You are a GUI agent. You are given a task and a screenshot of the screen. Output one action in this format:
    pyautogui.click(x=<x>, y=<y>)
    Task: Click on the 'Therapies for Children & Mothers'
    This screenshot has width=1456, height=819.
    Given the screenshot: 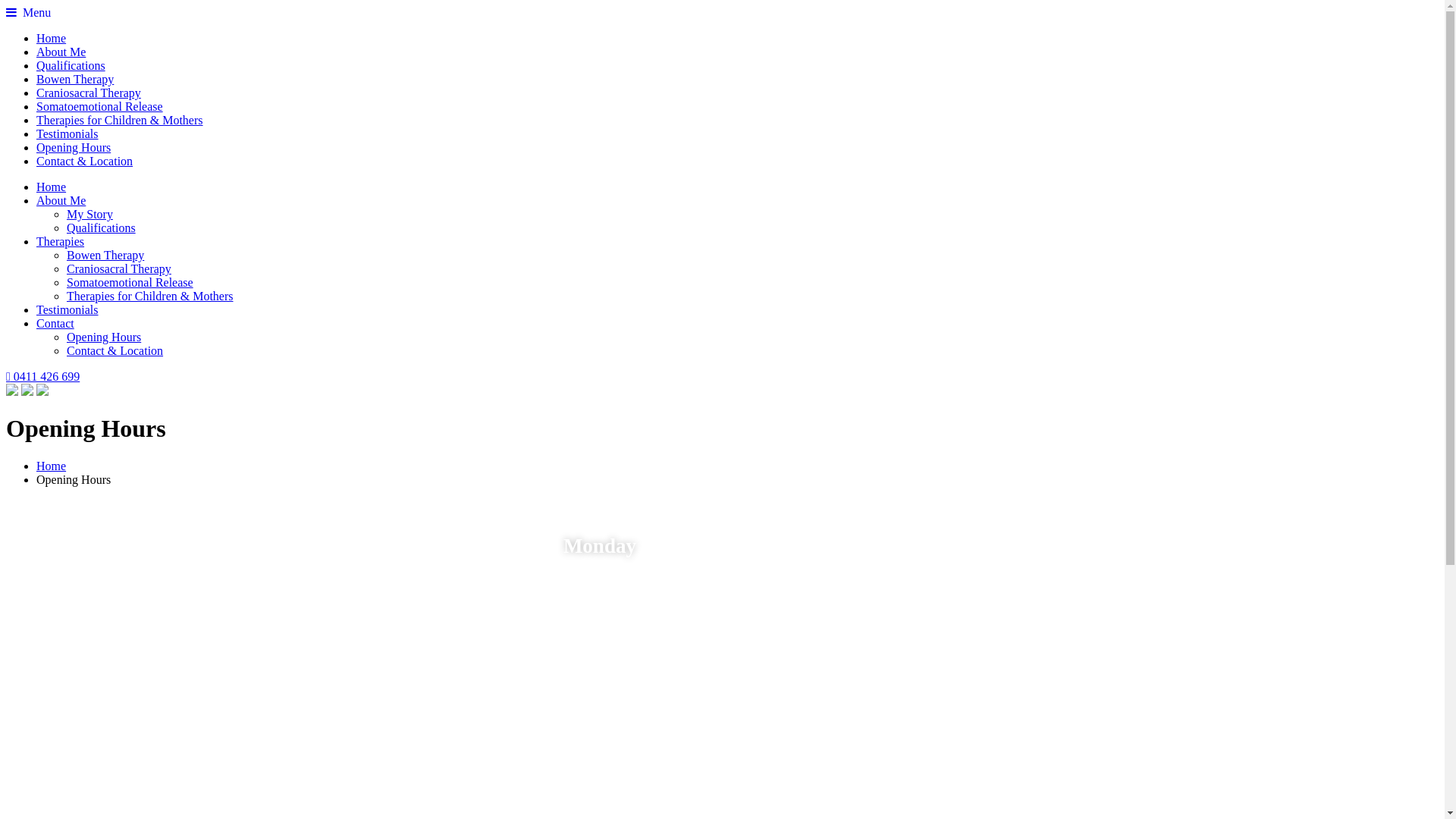 What is the action you would take?
    pyautogui.click(x=149, y=296)
    